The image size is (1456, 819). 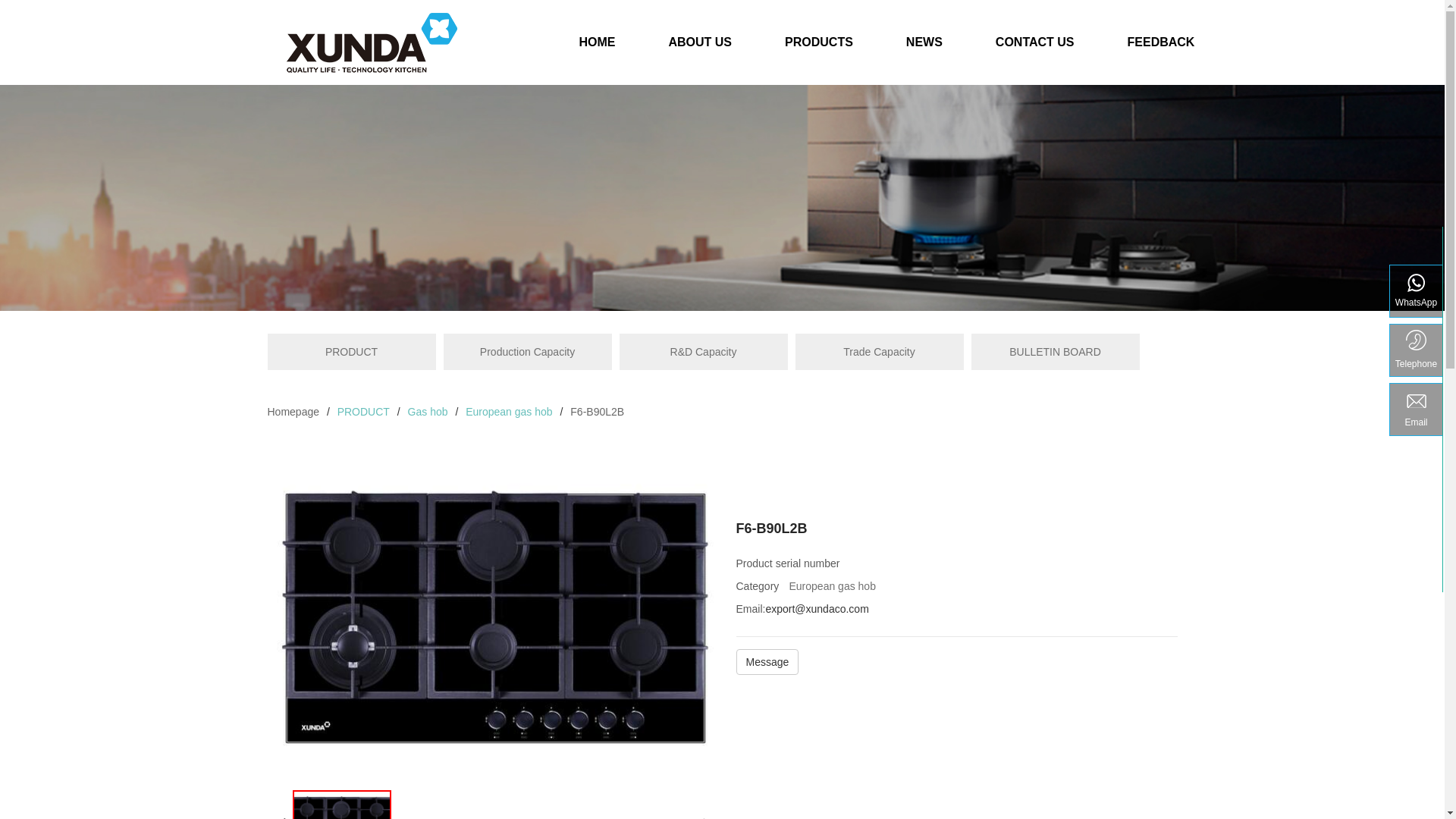 What do you see at coordinates (767, 664) in the screenshot?
I see `'Message'` at bounding box center [767, 664].